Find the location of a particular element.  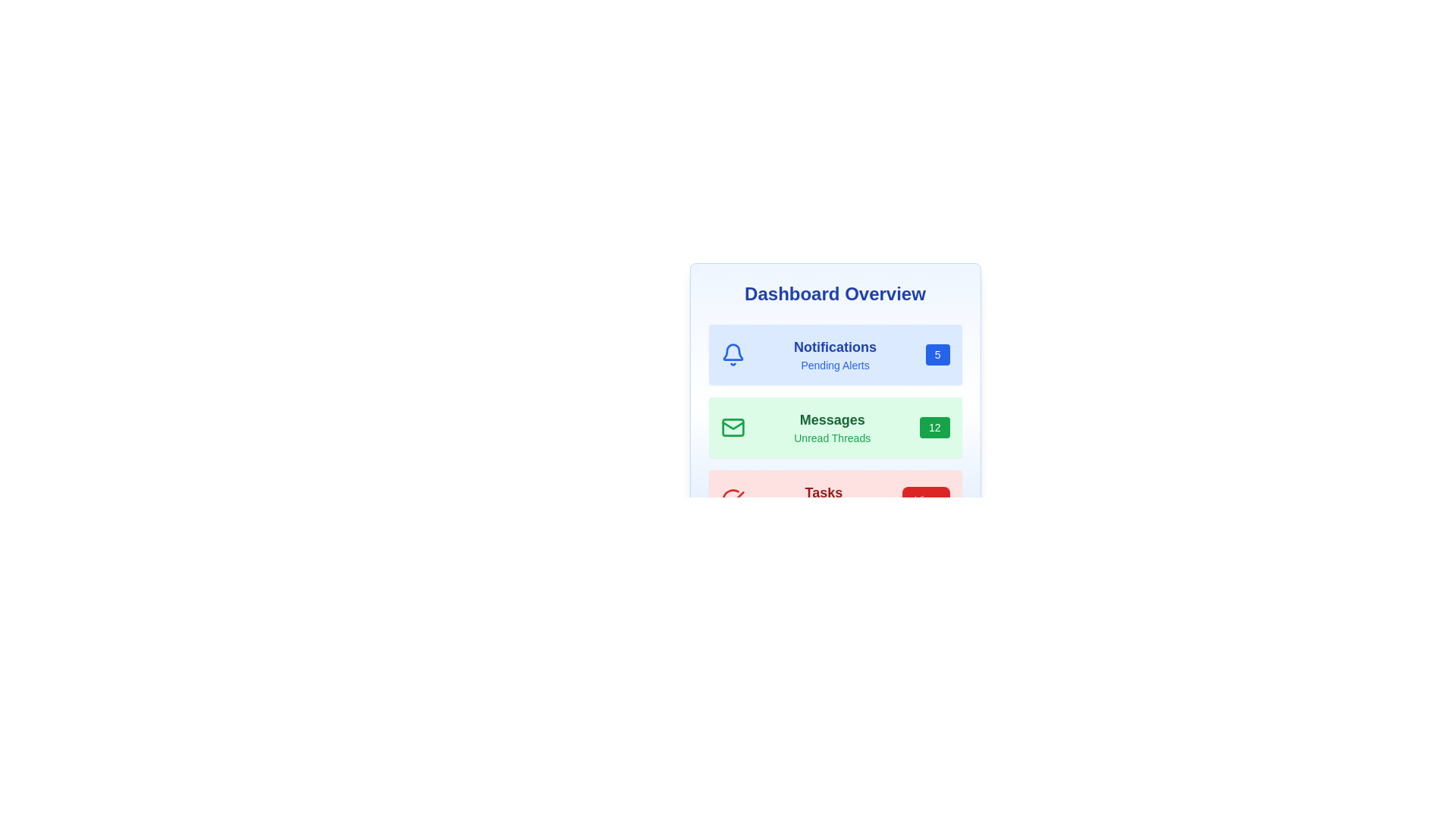

the descriptive label text that displays 'Messages' in bold dark green font, followed by 'Unread Threads' in smaller light green font, located within a green rounded rectangular card is located at coordinates (831, 427).